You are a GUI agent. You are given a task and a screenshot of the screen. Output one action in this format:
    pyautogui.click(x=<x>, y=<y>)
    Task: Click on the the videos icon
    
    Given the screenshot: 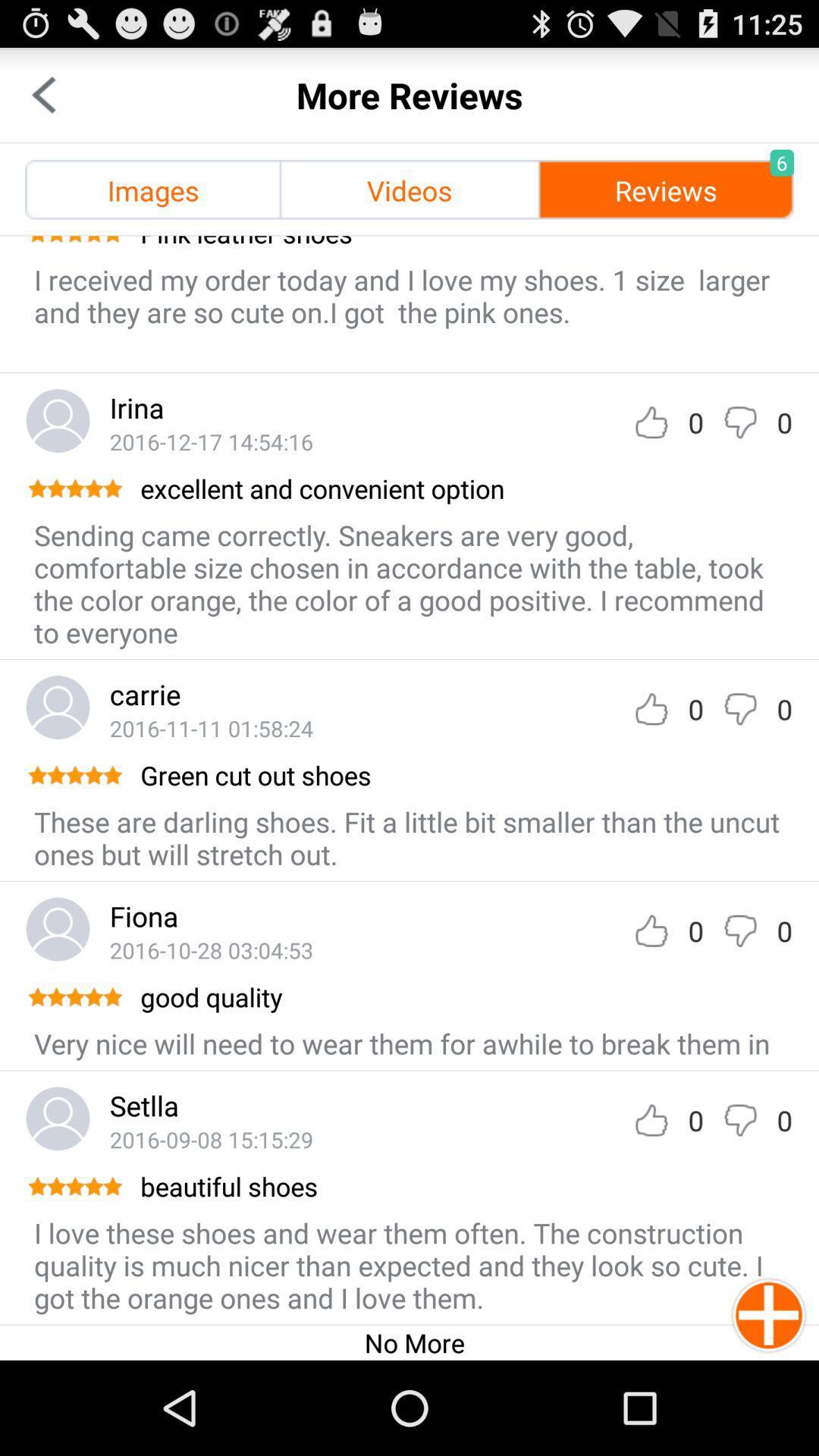 What is the action you would take?
    pyautogui.click(x=409, y=189)
    